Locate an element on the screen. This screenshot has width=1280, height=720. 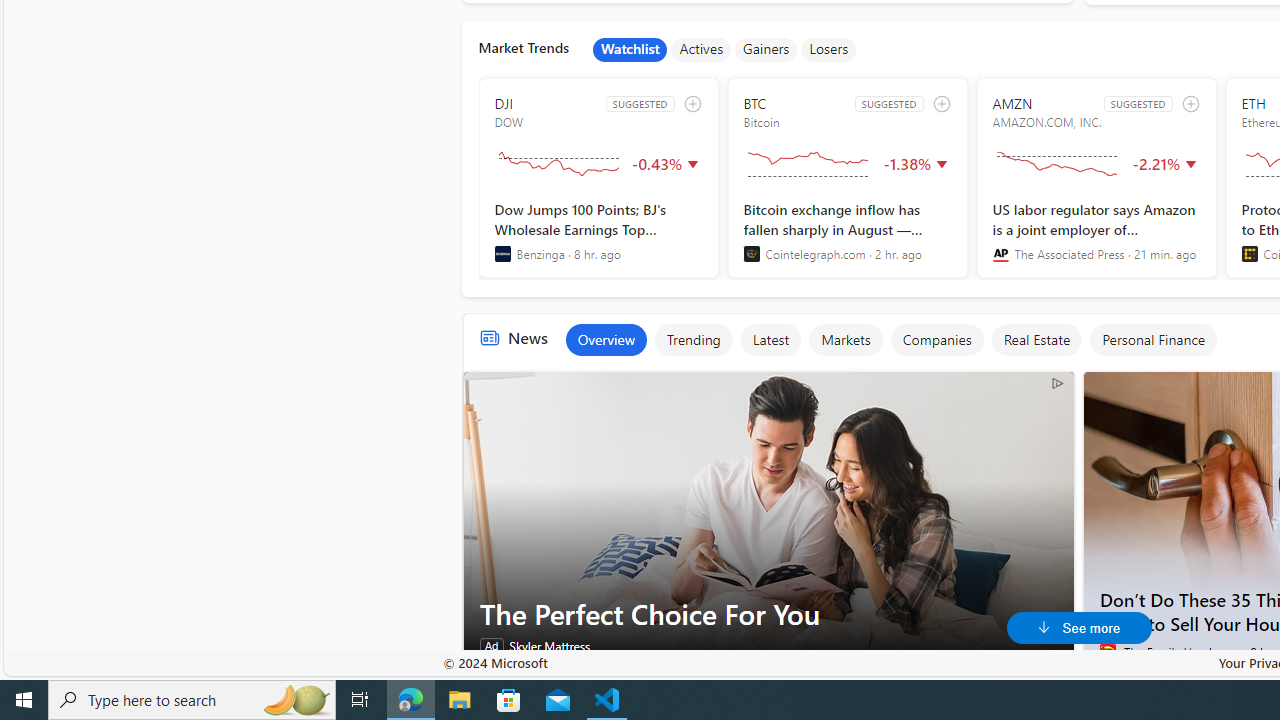
'Personal Finance' is located at coordinates (1153, 338).